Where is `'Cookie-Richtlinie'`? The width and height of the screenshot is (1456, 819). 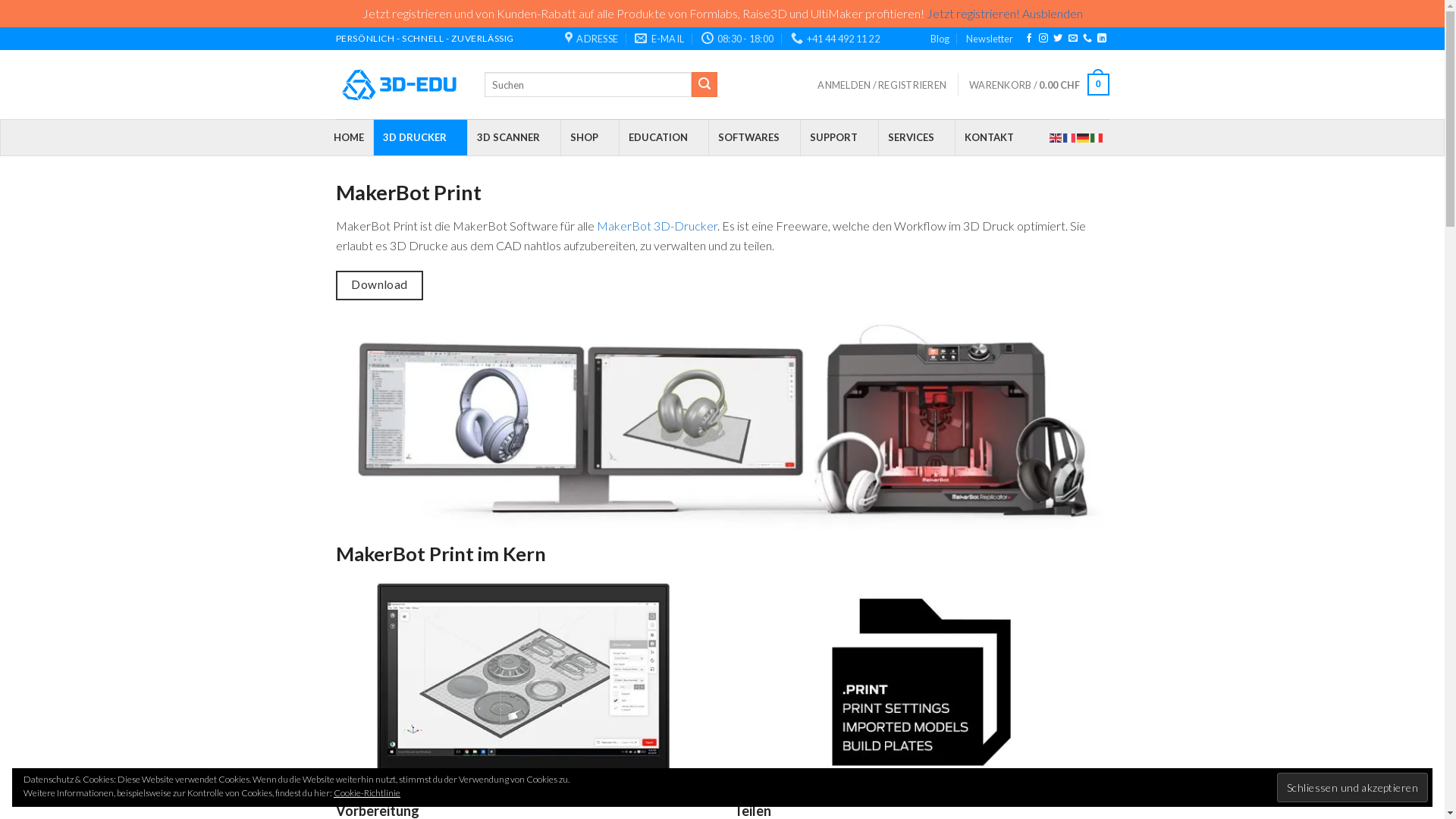 'Cookie-Richtlinie' is located at coordinates (367, 792).